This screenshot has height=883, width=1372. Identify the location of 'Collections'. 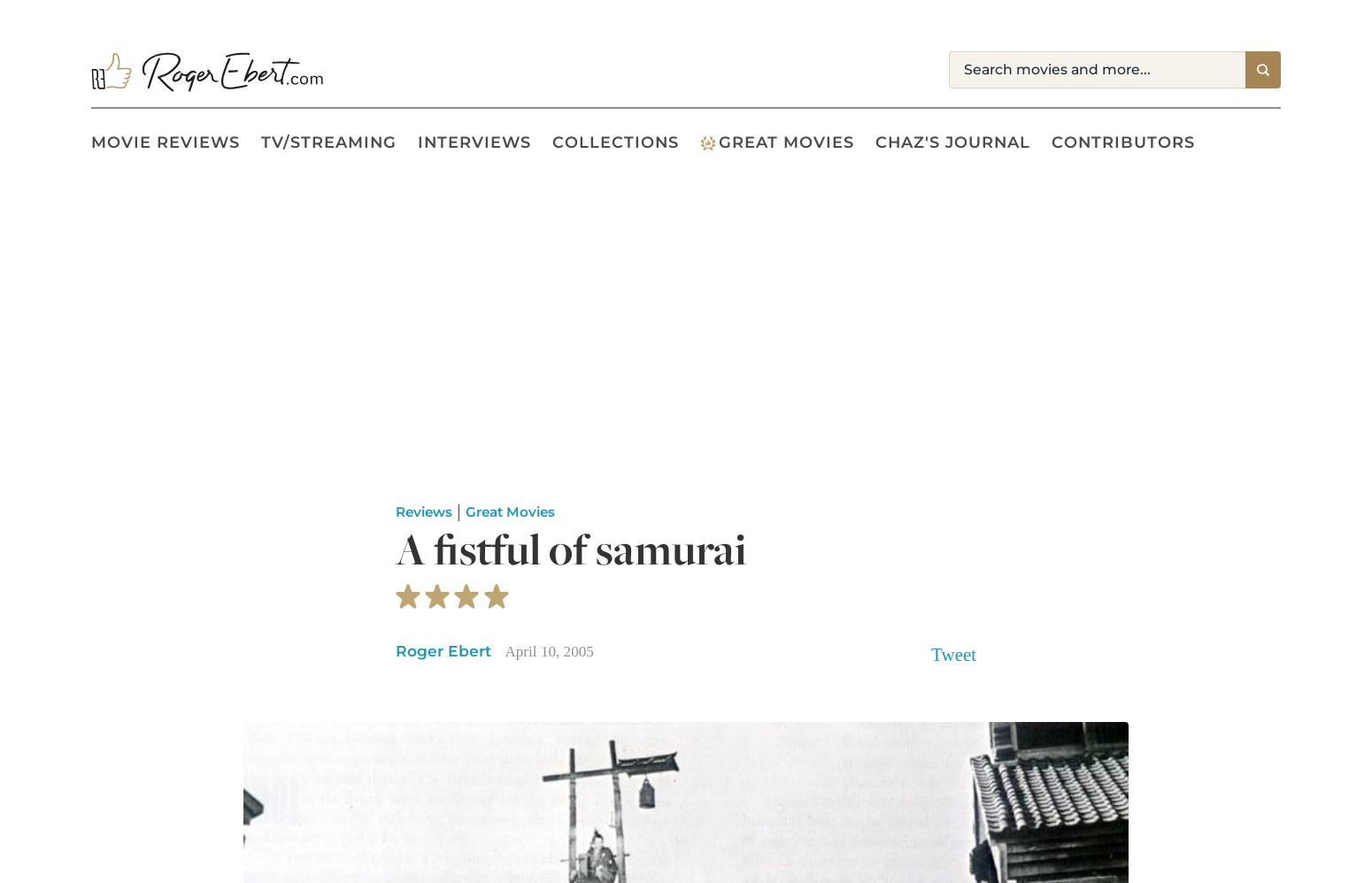
(614, 141).